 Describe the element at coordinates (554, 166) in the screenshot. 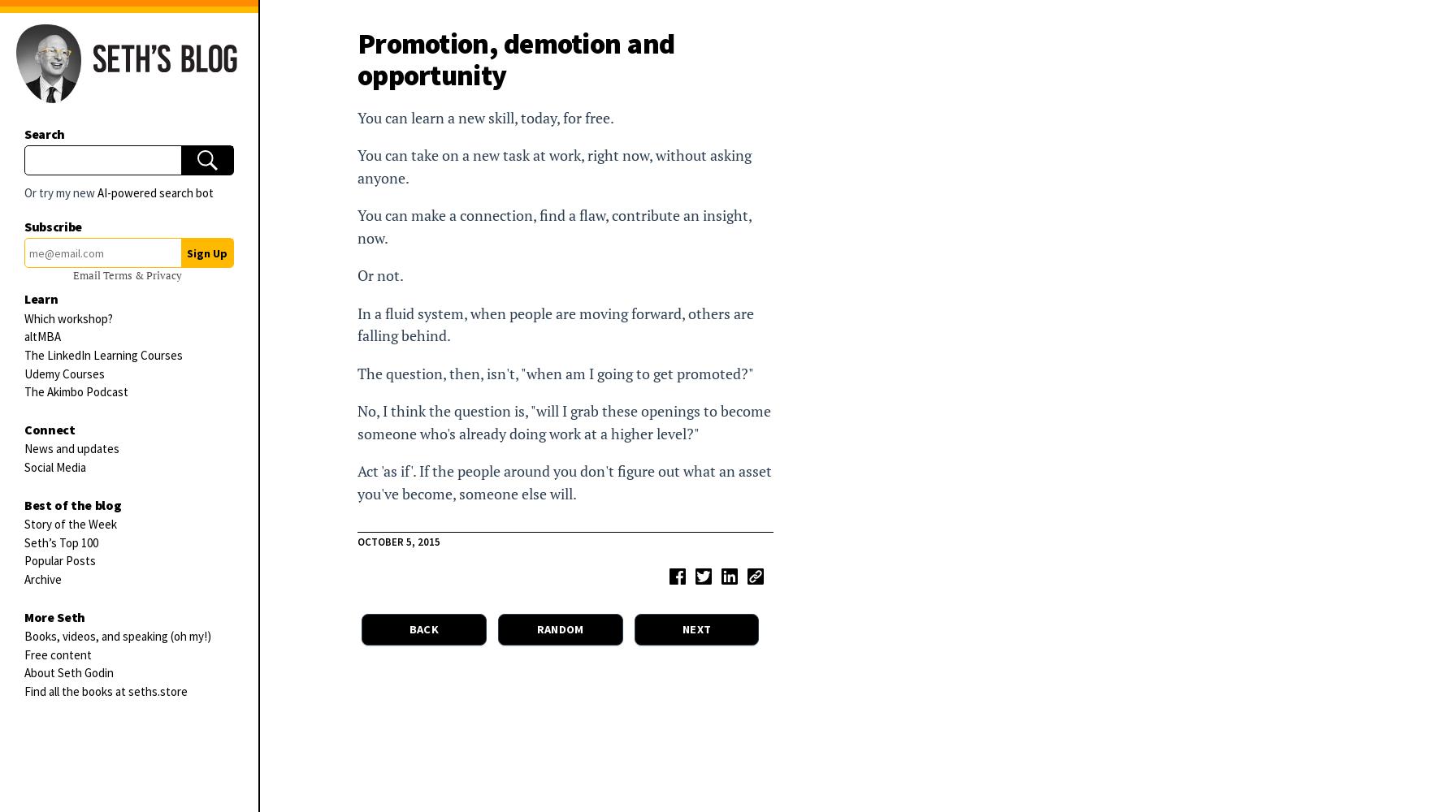

I see `'You can take on a new task at work, right now, without asking anyone.'` at that location.